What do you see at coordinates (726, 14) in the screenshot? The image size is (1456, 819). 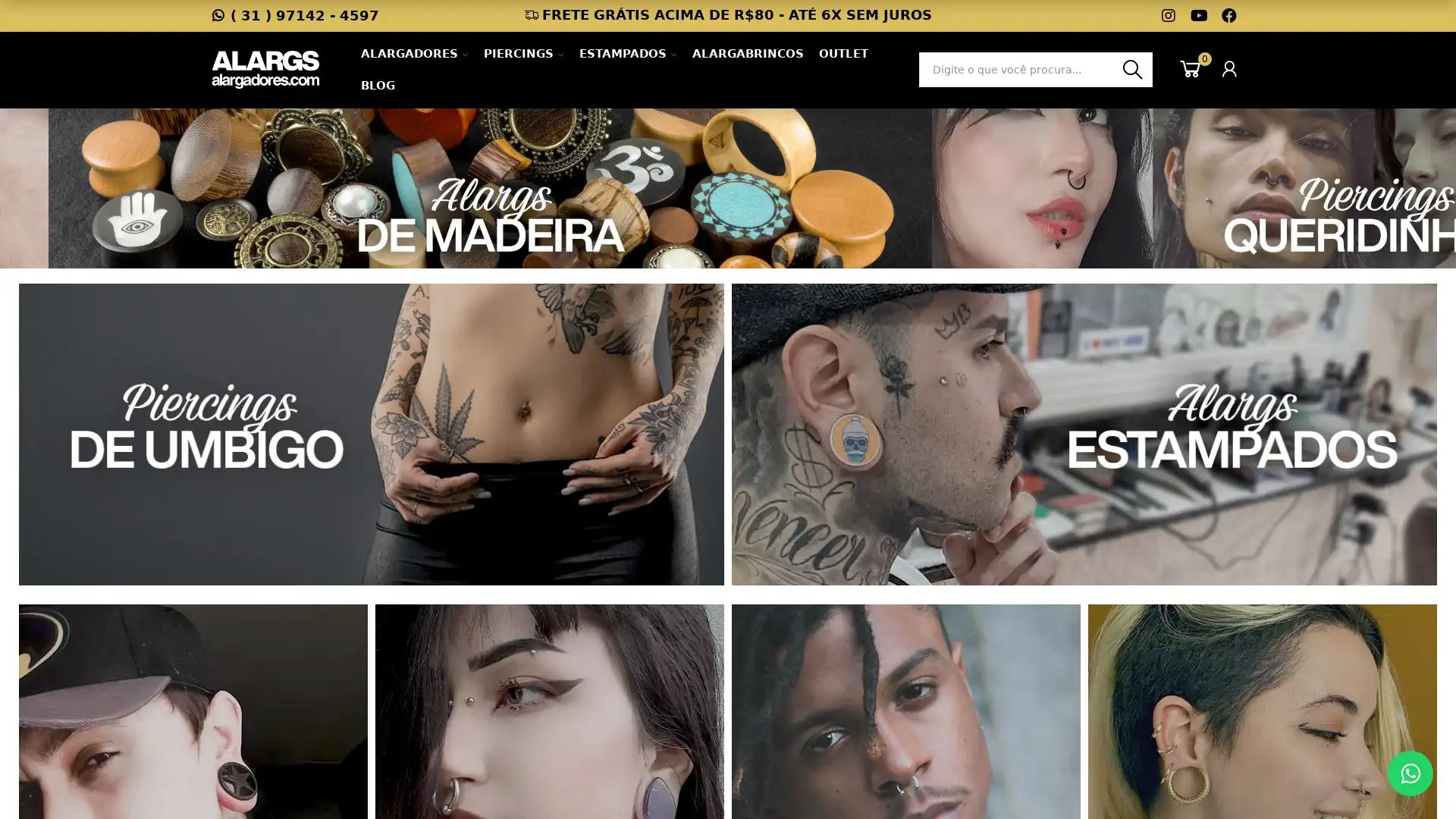 I see `FRETE GRATIS ACIMA DE R$80 - ATE 6X SEM JUROS` at bounding box center [726, 14].